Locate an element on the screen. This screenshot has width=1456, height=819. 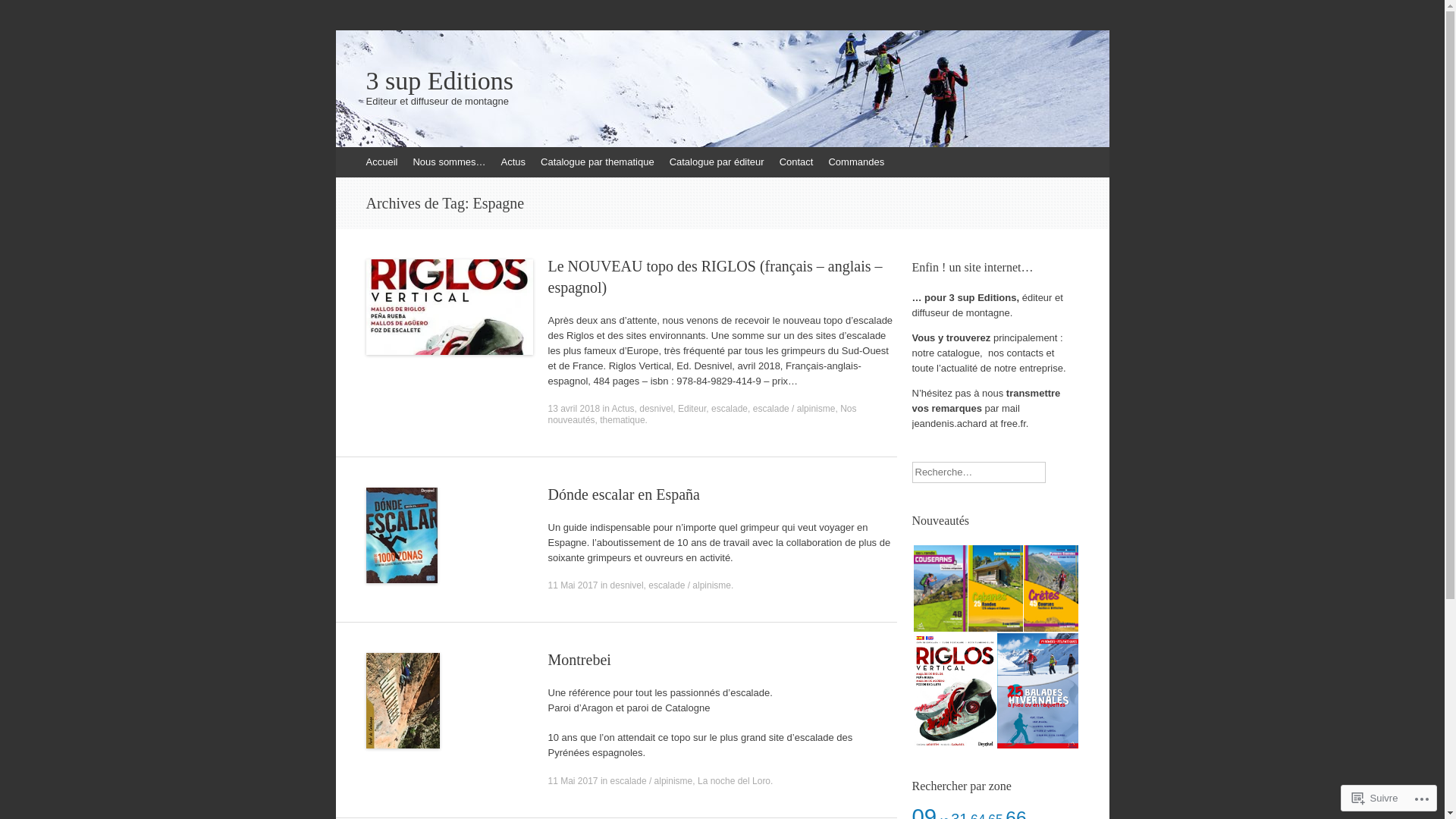
'3 sup Editions' is located at coordinates (720, 81).